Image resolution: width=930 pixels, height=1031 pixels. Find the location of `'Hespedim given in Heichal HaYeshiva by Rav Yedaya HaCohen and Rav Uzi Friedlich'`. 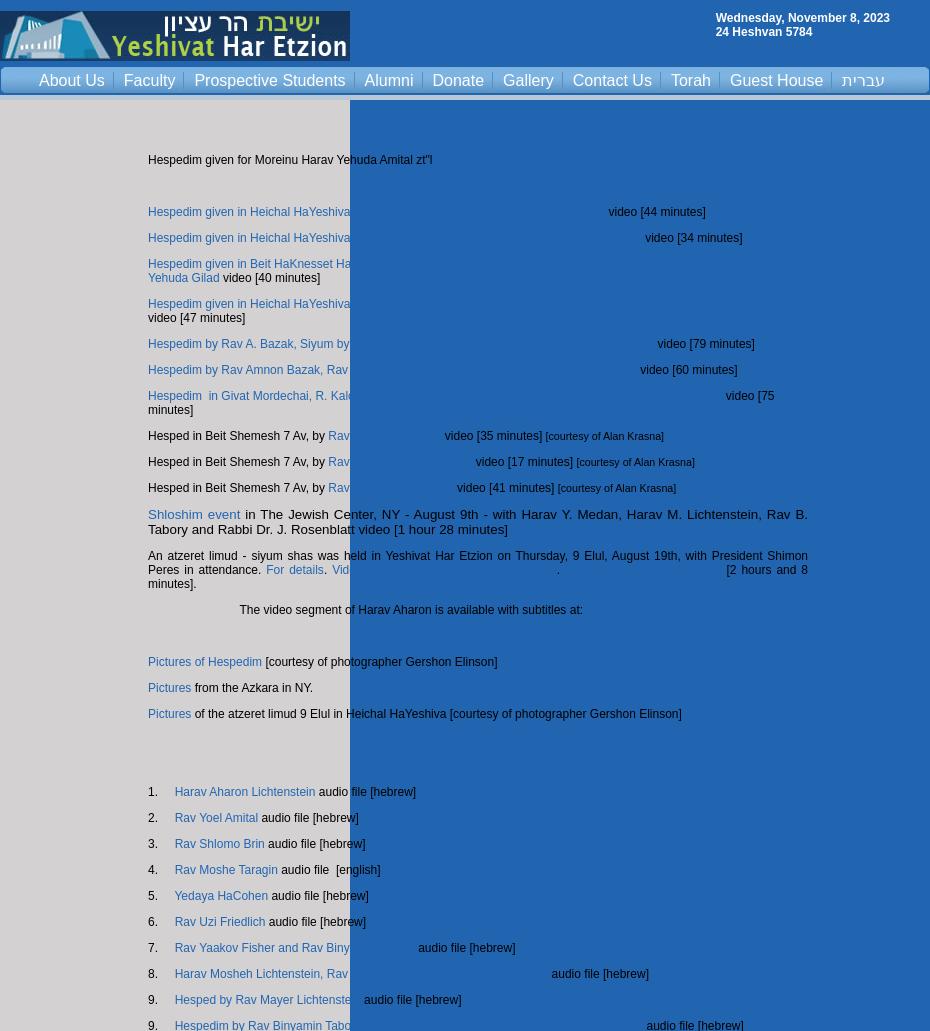

'Hespedim given in Heichal HaYeshiva by Rav Yedaya HaCohen and Rav Uzi Friedlich' is located at coordinates (375, 211).